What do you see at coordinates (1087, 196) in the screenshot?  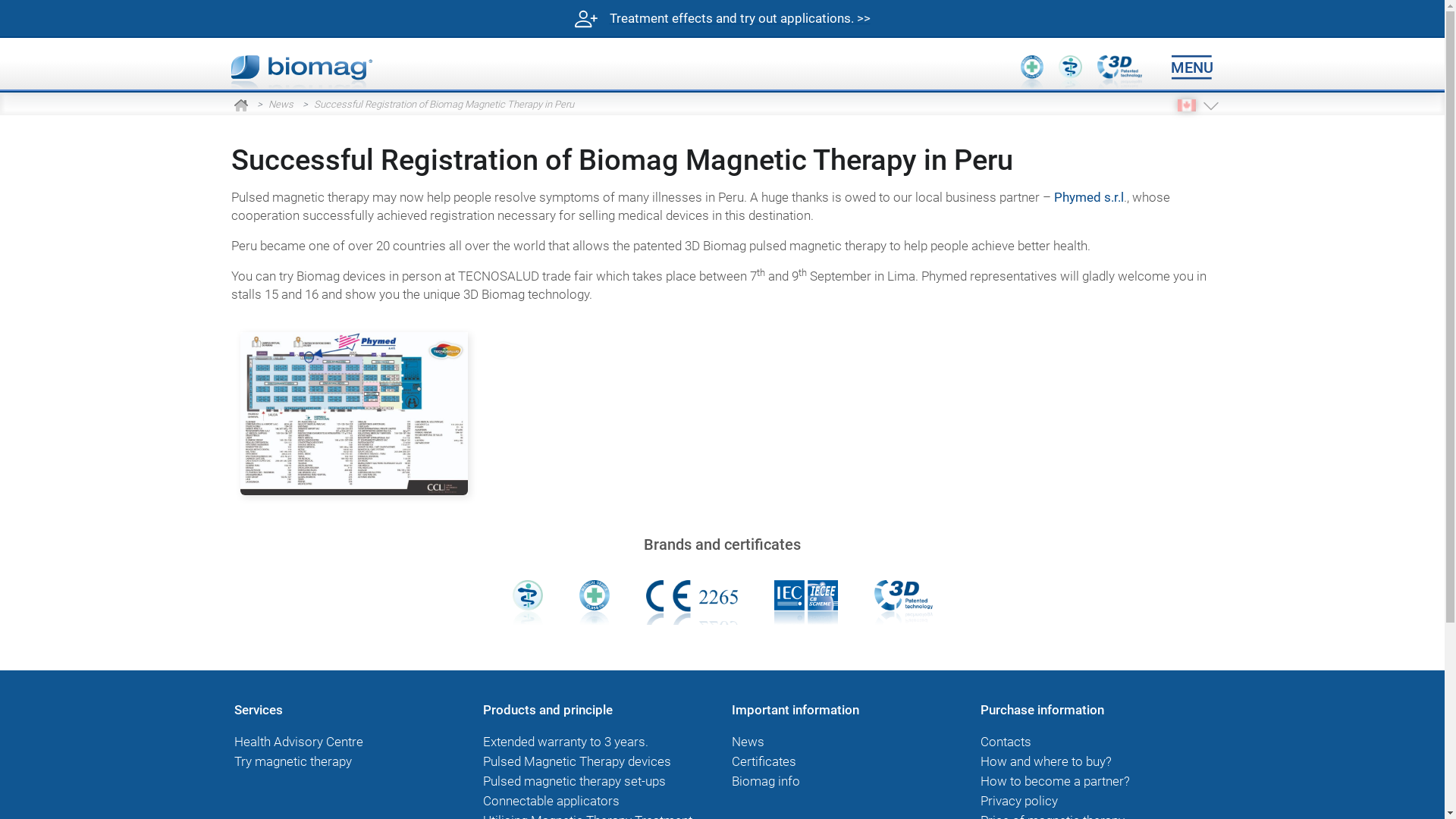 I see `'Phymed s.r.l'` at bounding box center [1087, 196].